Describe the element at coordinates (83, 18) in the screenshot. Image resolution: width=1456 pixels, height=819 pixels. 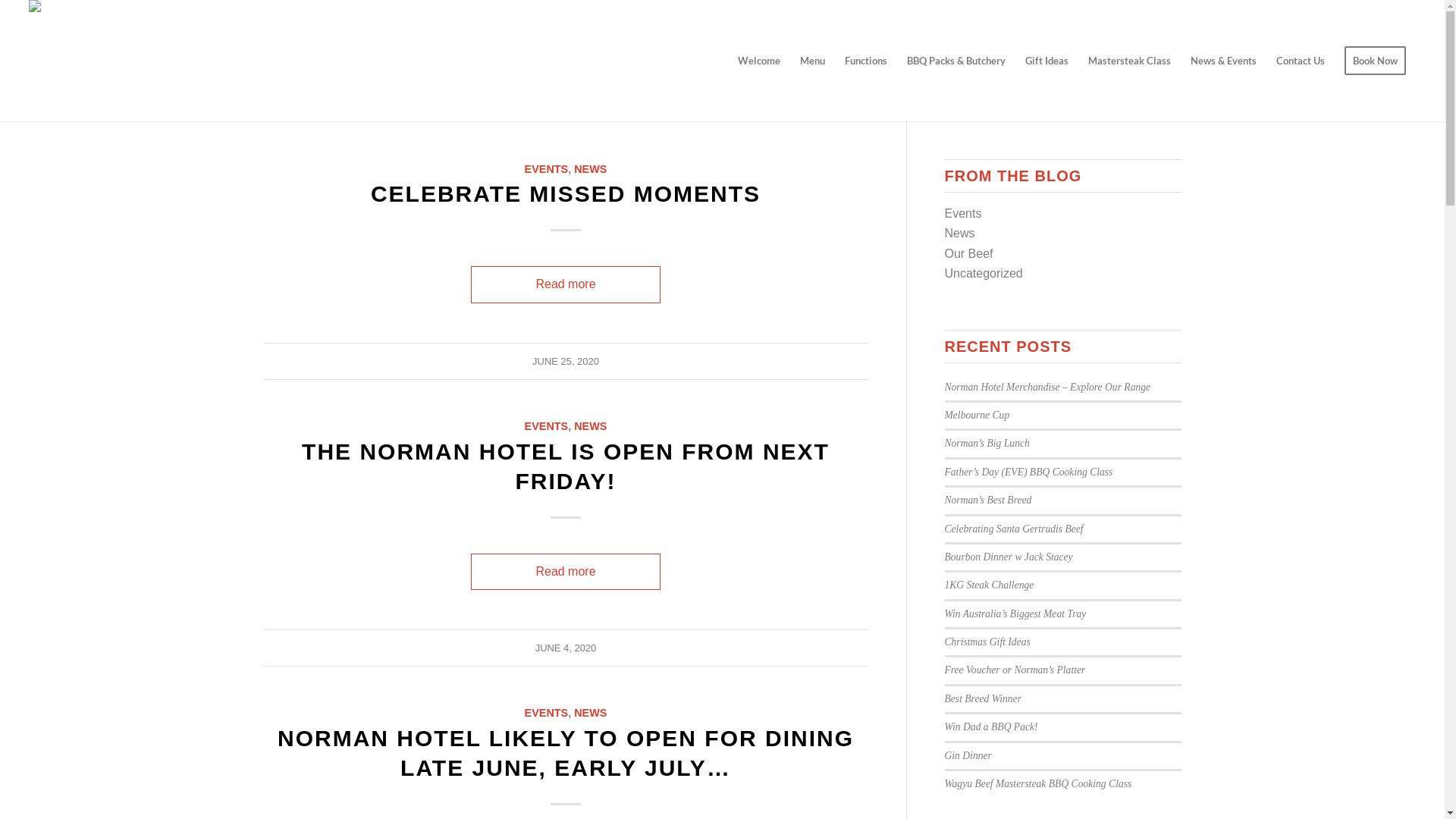
I see `'Logo-Norman-Hotel'` at that location.